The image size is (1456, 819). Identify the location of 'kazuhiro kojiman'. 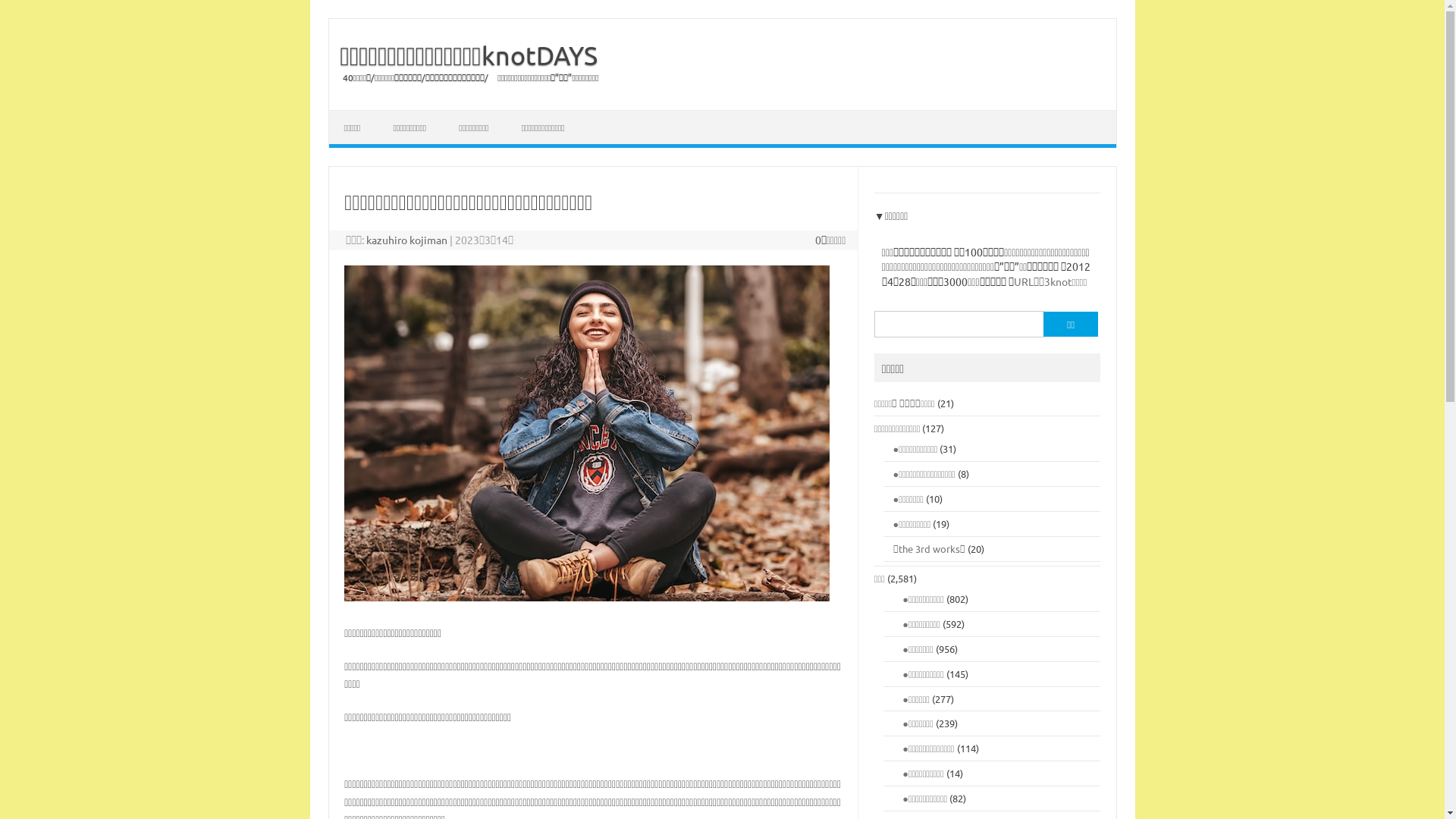
(406, 239).